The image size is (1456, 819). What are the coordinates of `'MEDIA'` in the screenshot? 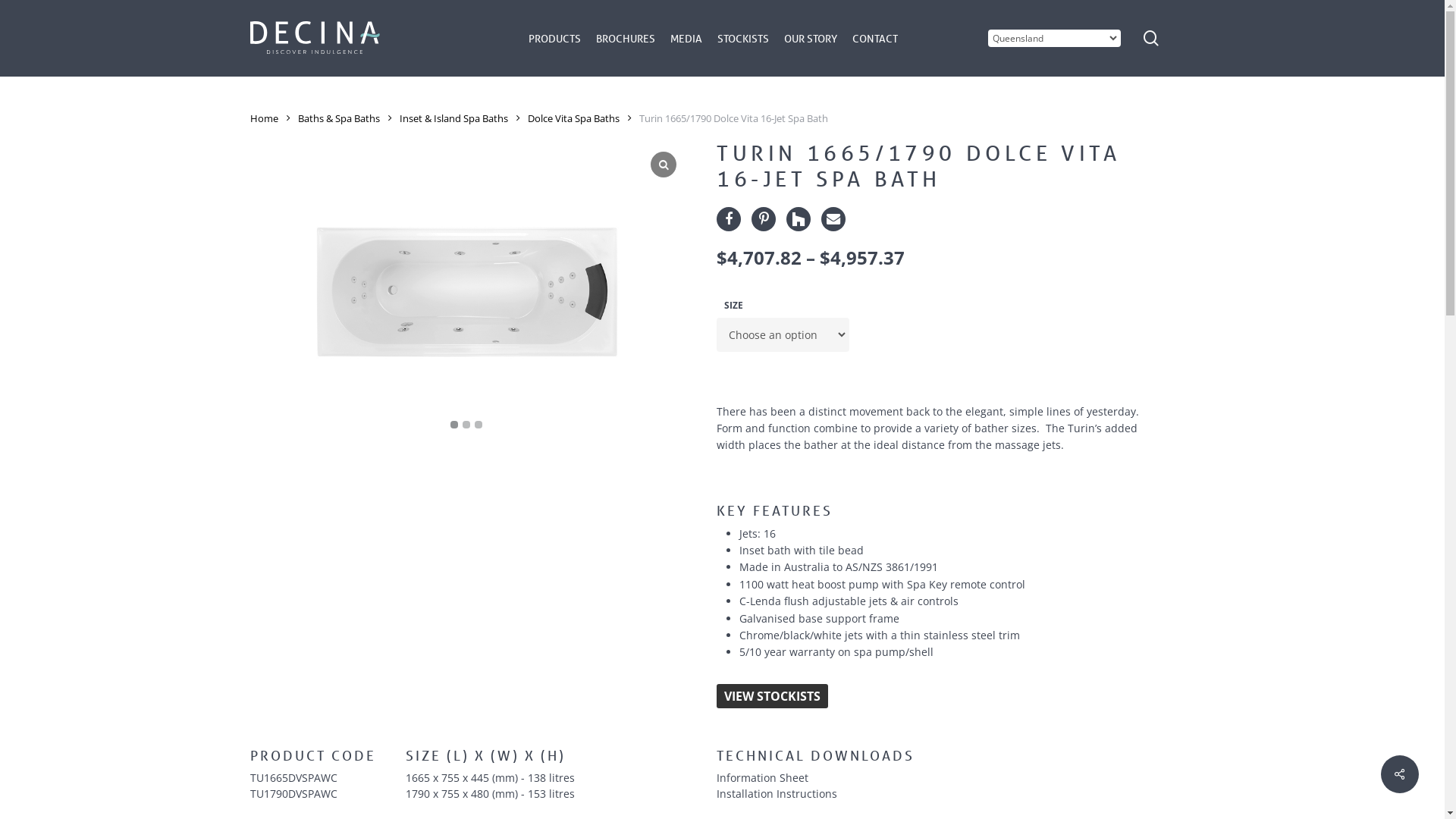 It's located at (669, 37).